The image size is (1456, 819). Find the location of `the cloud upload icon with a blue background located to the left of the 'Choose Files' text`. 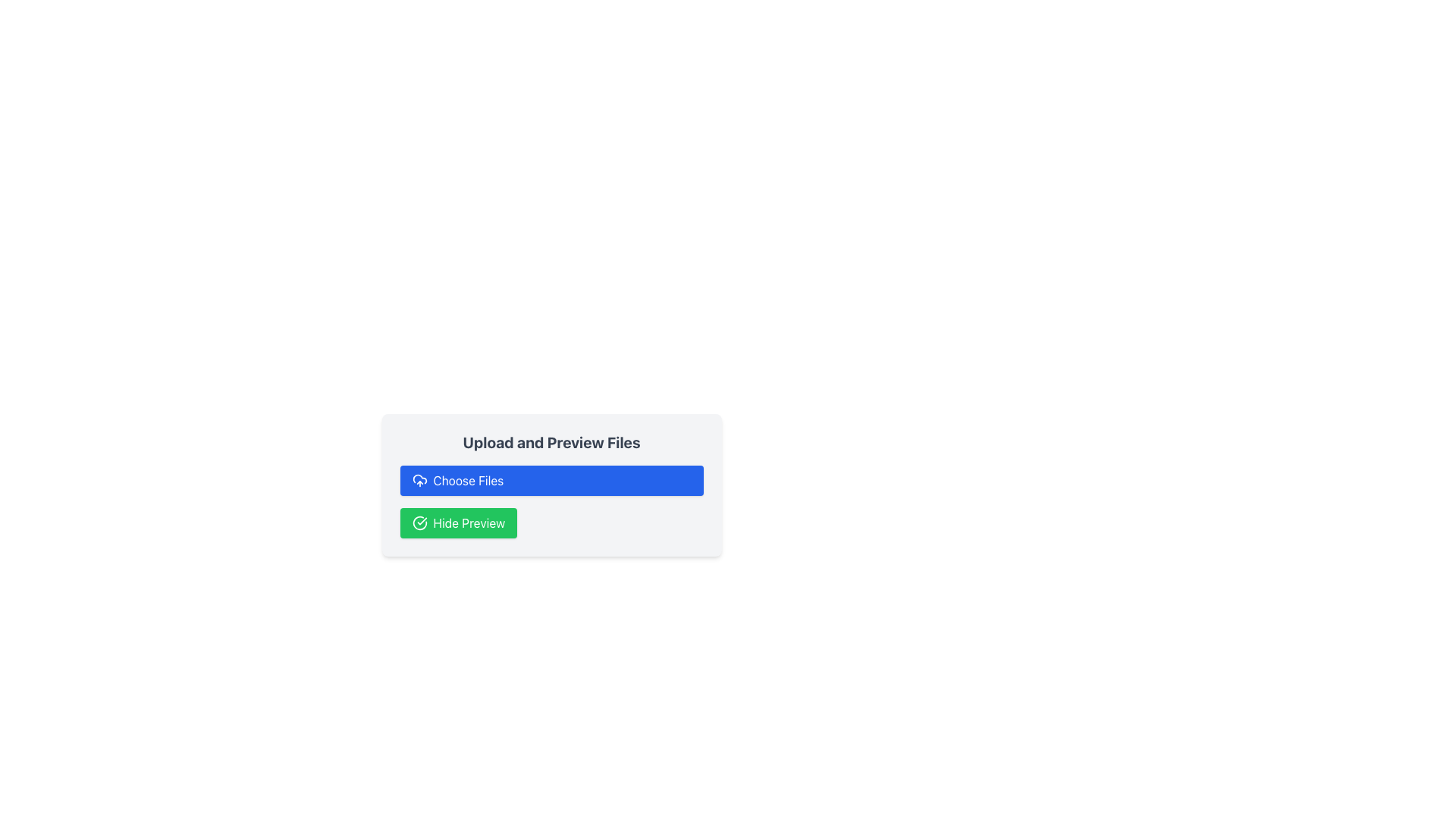

the cloud upload icon with a blue background located to the left of the 'Choose Files' text is located at coordinates (419, 480).